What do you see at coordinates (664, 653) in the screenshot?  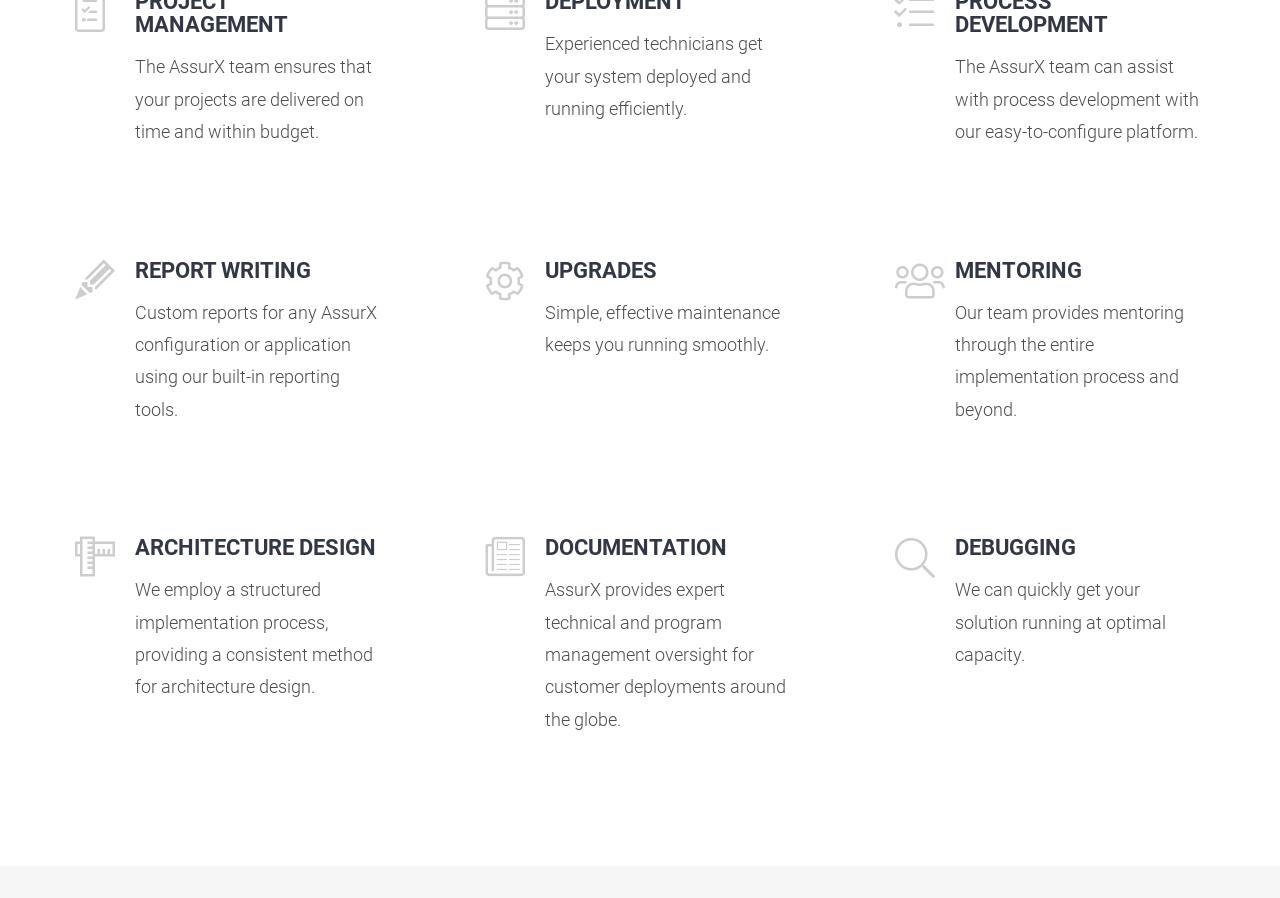 I see `'AssurX provides expert technical and program management oversight for customer deployments around the globe.'` at bounding box center [664, 653].